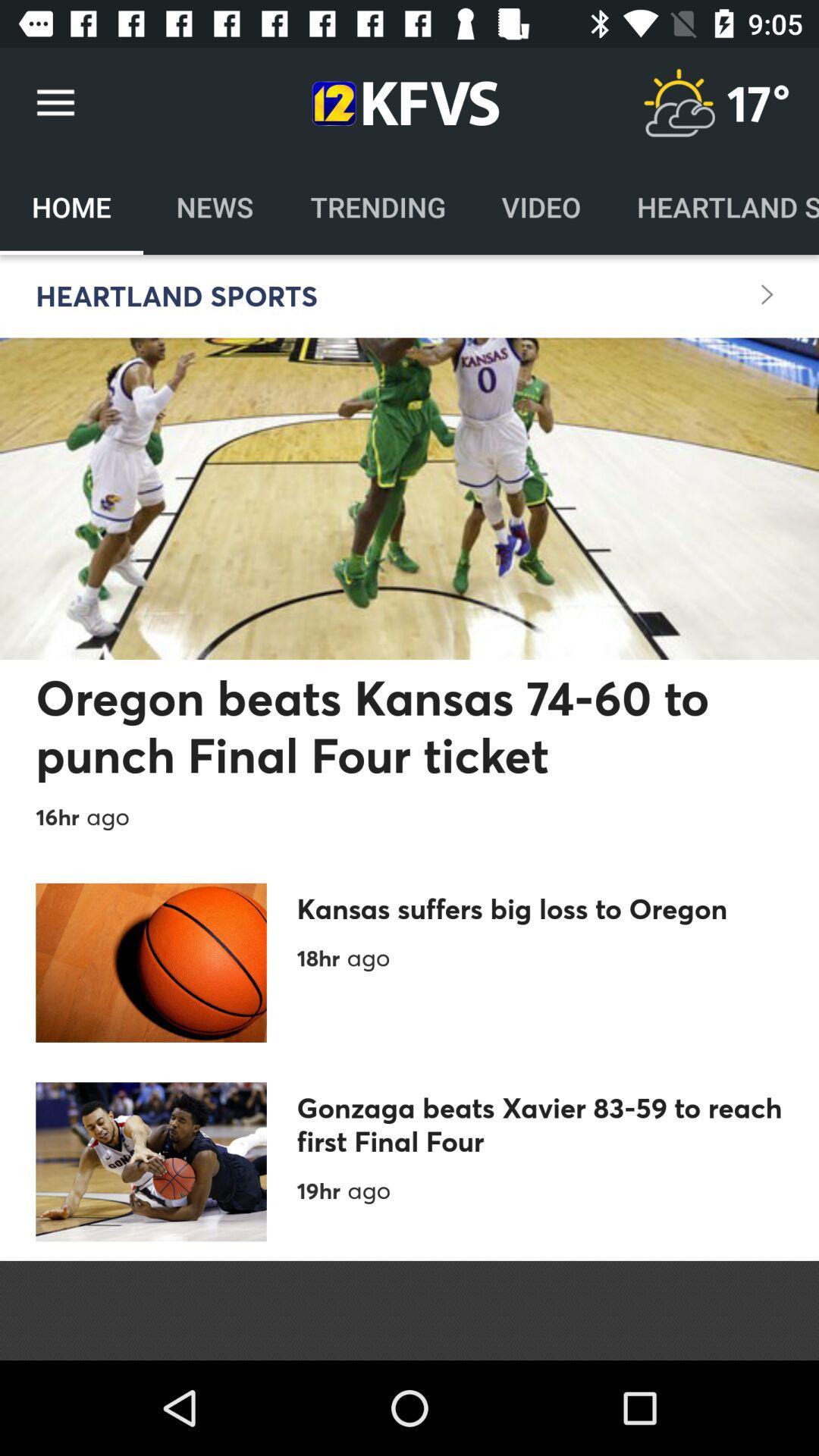 The width and height of the screenshot is (819, 1456). Describe the element at coordinates (678, 102) in the screenshot. I see `weather option` at that location.